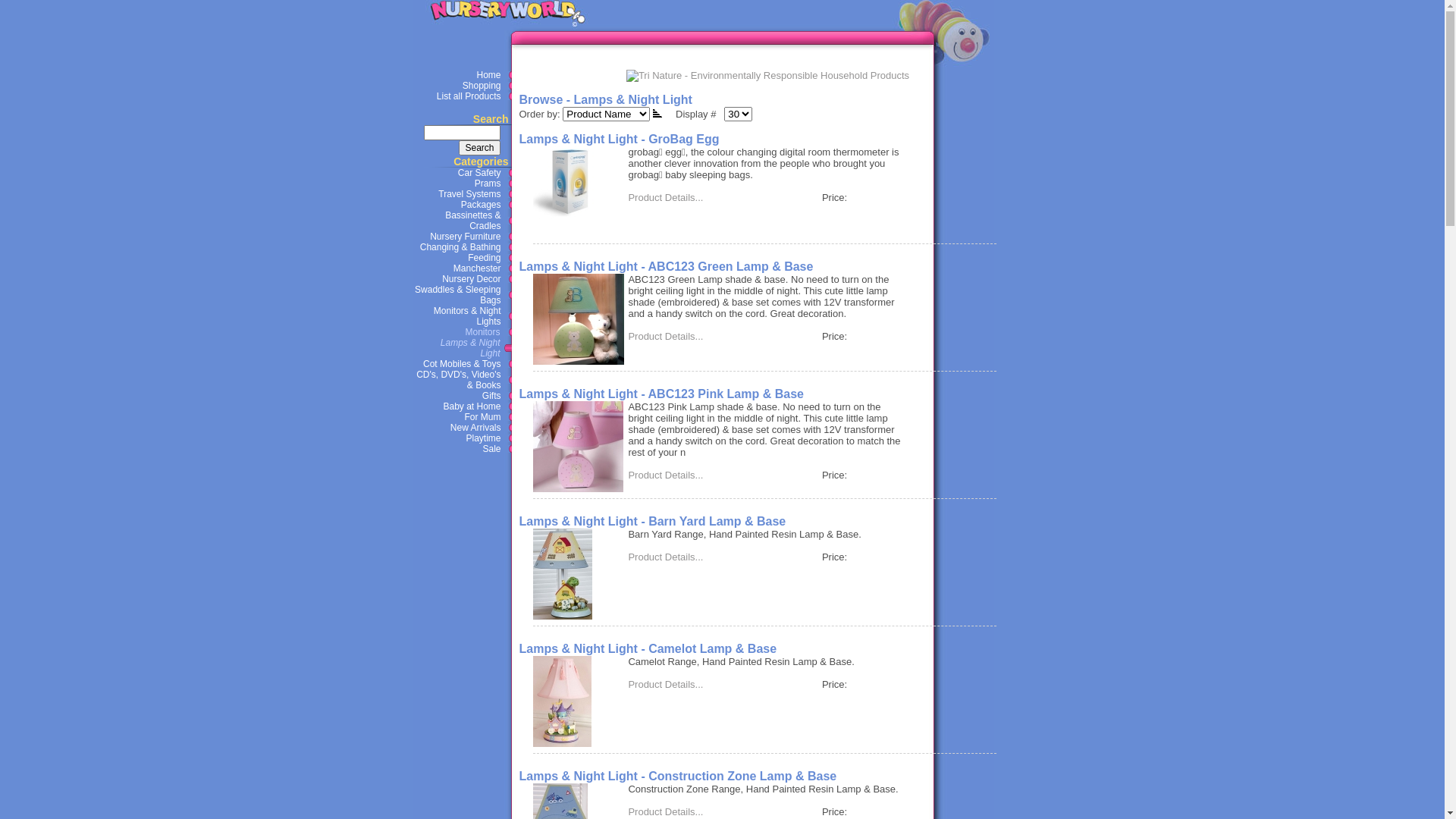 The height and width of the screenshot is (819, 1456). I want to click on 'Monitors & Night Lights', so click(461, 315).